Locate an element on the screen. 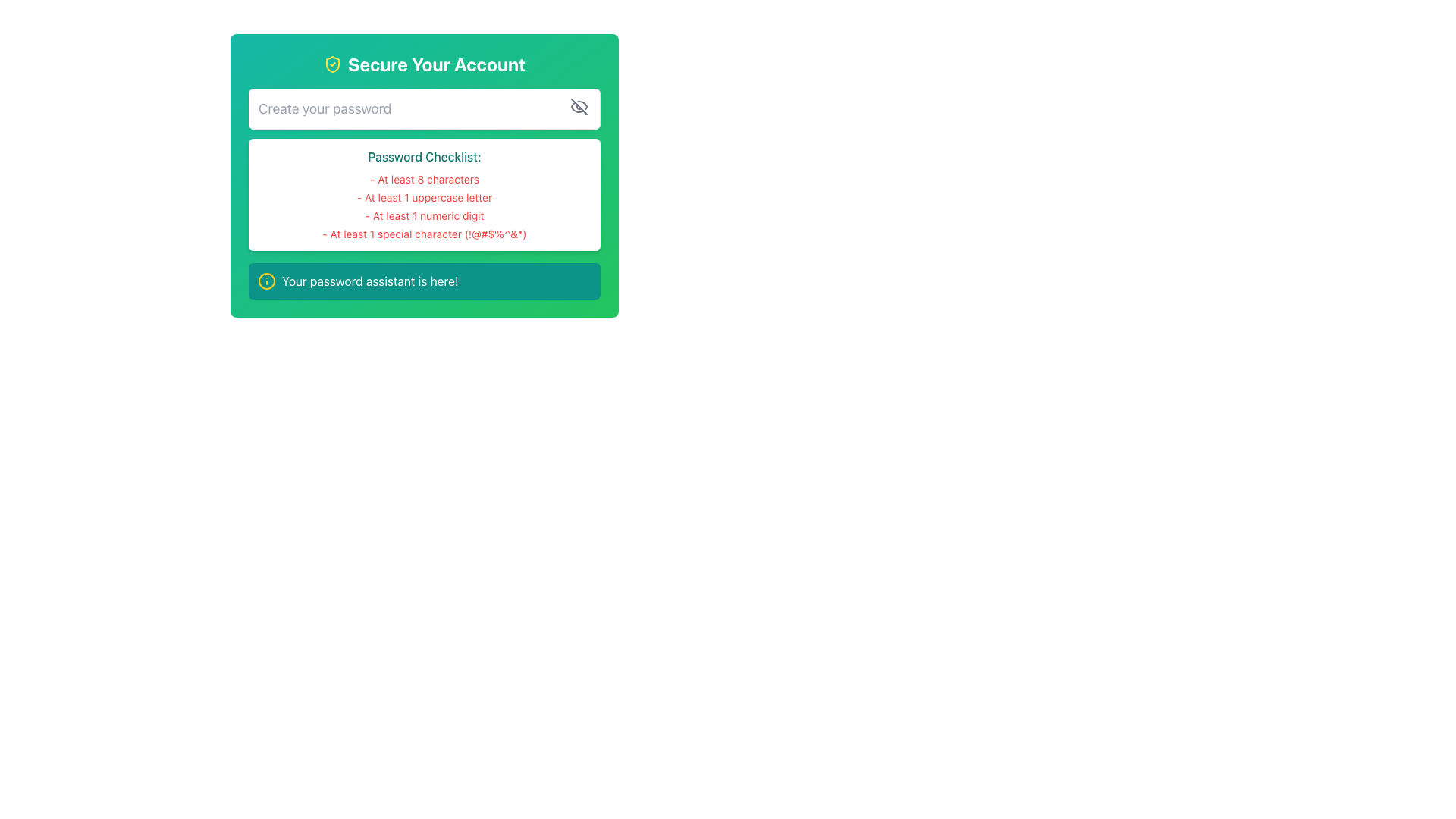 This screenshot has width=1456, height=819. the text 'Secure Your Account' with an accompanying shield icon, which is displayed in bold, large white font on a green gradient background is located at coordinates (425, 63).